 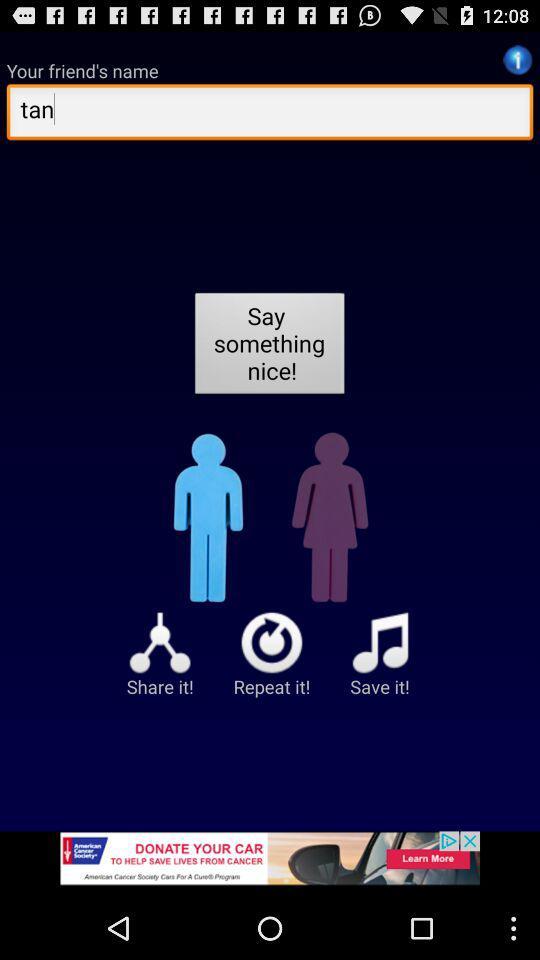 What do you see at coordinates (270, 863) in the screenshot?
I see `the option` at bounding box center [270, 863].